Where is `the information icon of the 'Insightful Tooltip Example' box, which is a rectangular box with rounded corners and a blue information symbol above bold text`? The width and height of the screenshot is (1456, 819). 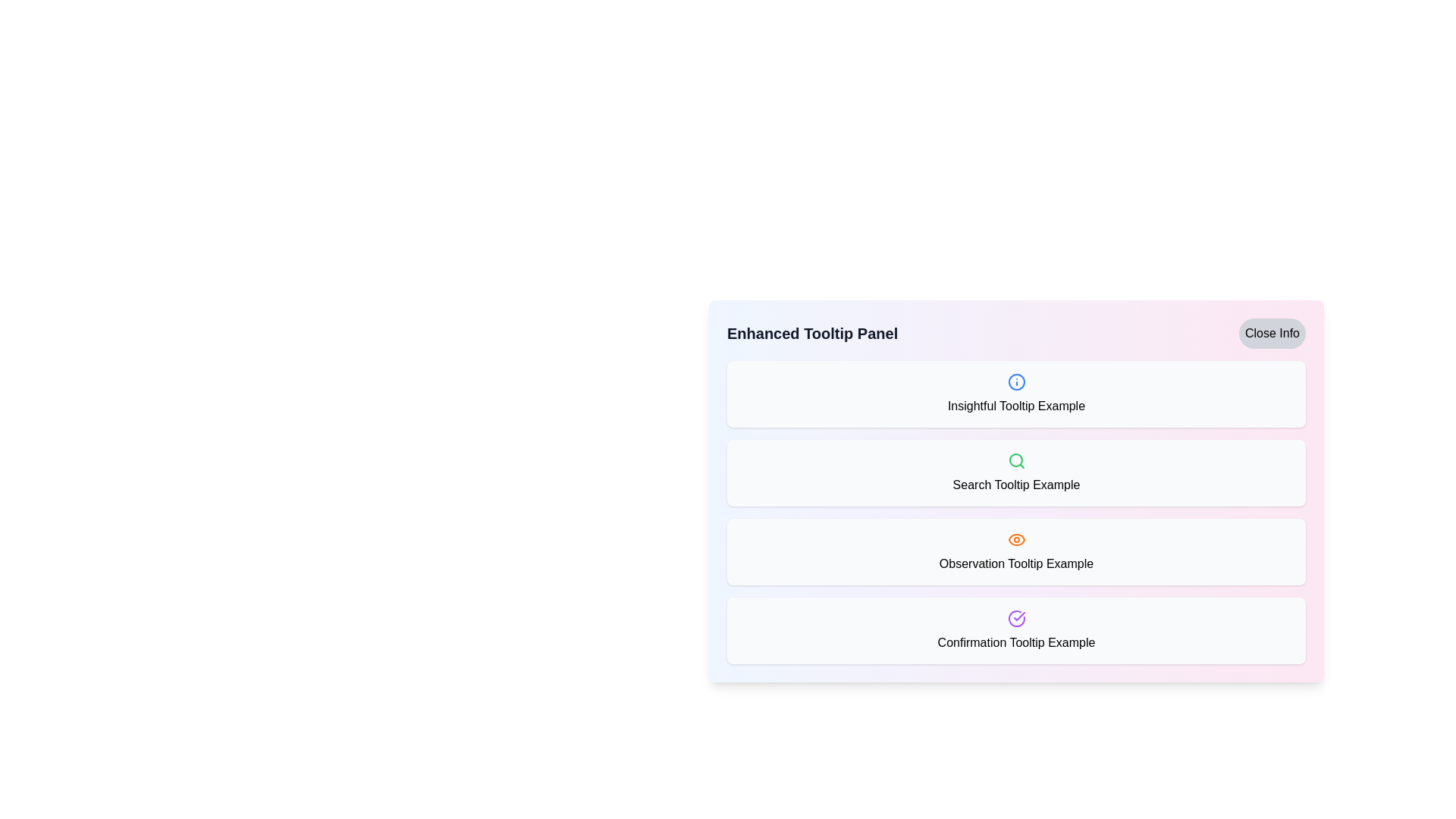
the information icon of the 'Insightful Tooltip Example' box, which is a rectangular box with rounded corners and a blue information symbol above bold text is located at coordinates (1016, 394).